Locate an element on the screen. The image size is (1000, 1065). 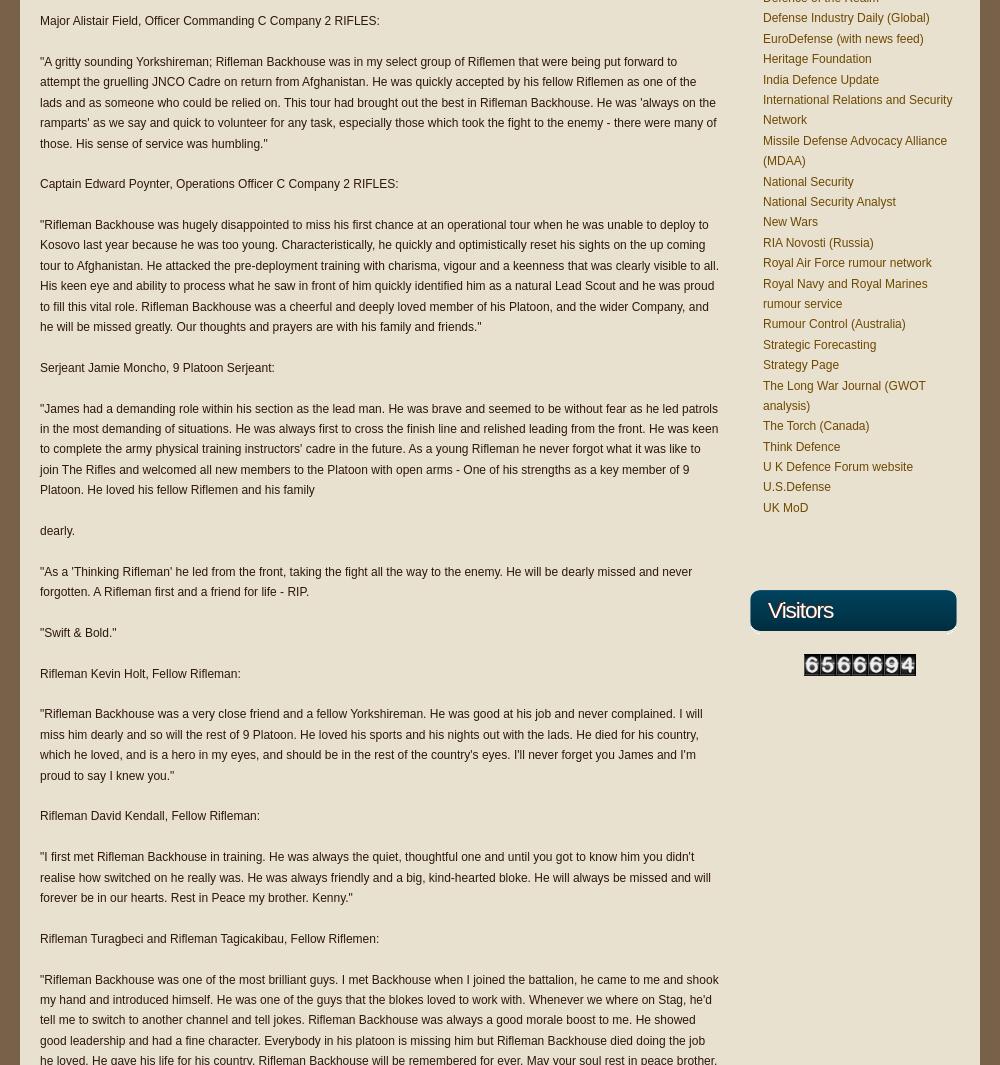
'dearly.' is located at coordinates (57, 529).